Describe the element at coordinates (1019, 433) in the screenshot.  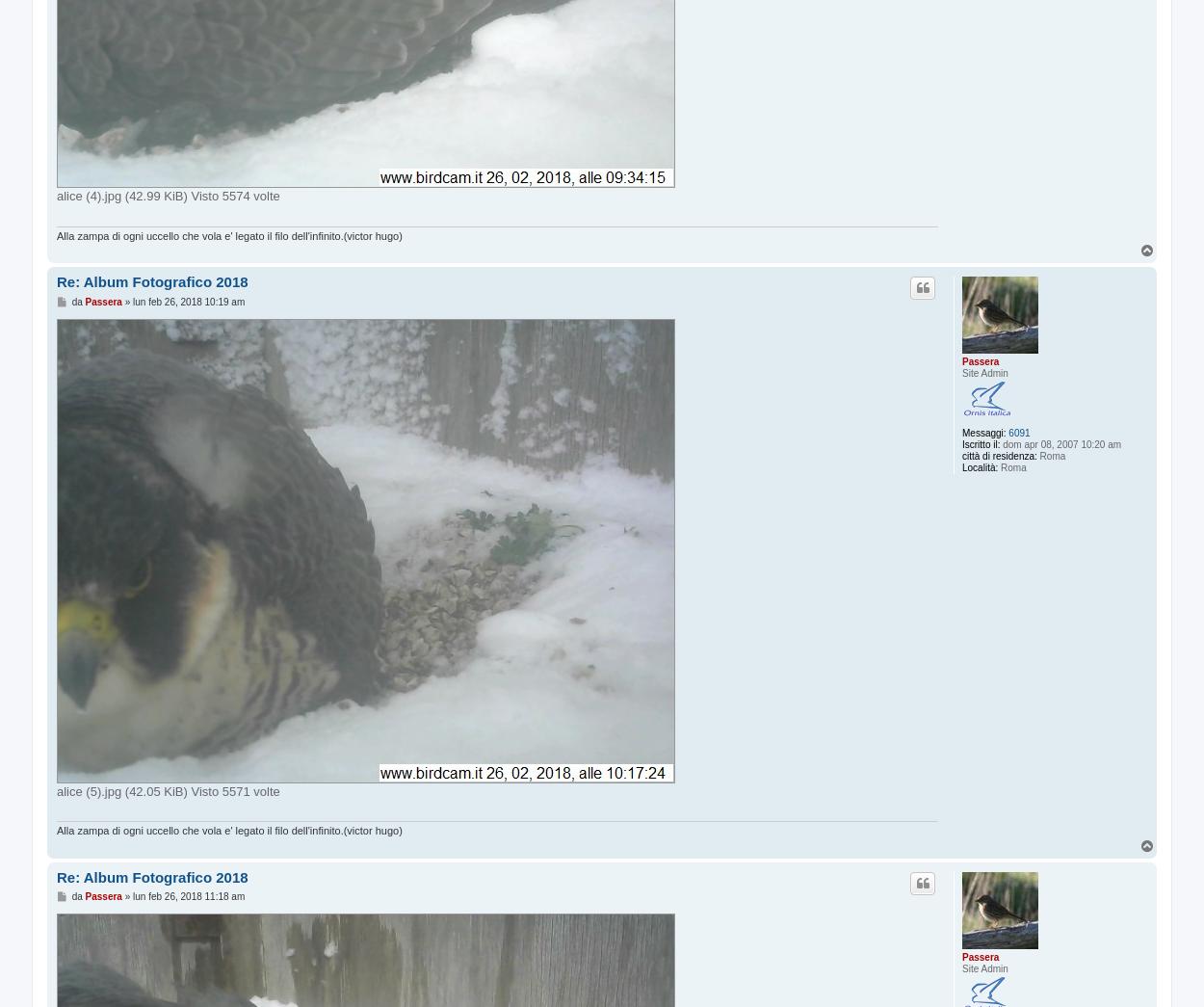
I see `'6091'` at that location.